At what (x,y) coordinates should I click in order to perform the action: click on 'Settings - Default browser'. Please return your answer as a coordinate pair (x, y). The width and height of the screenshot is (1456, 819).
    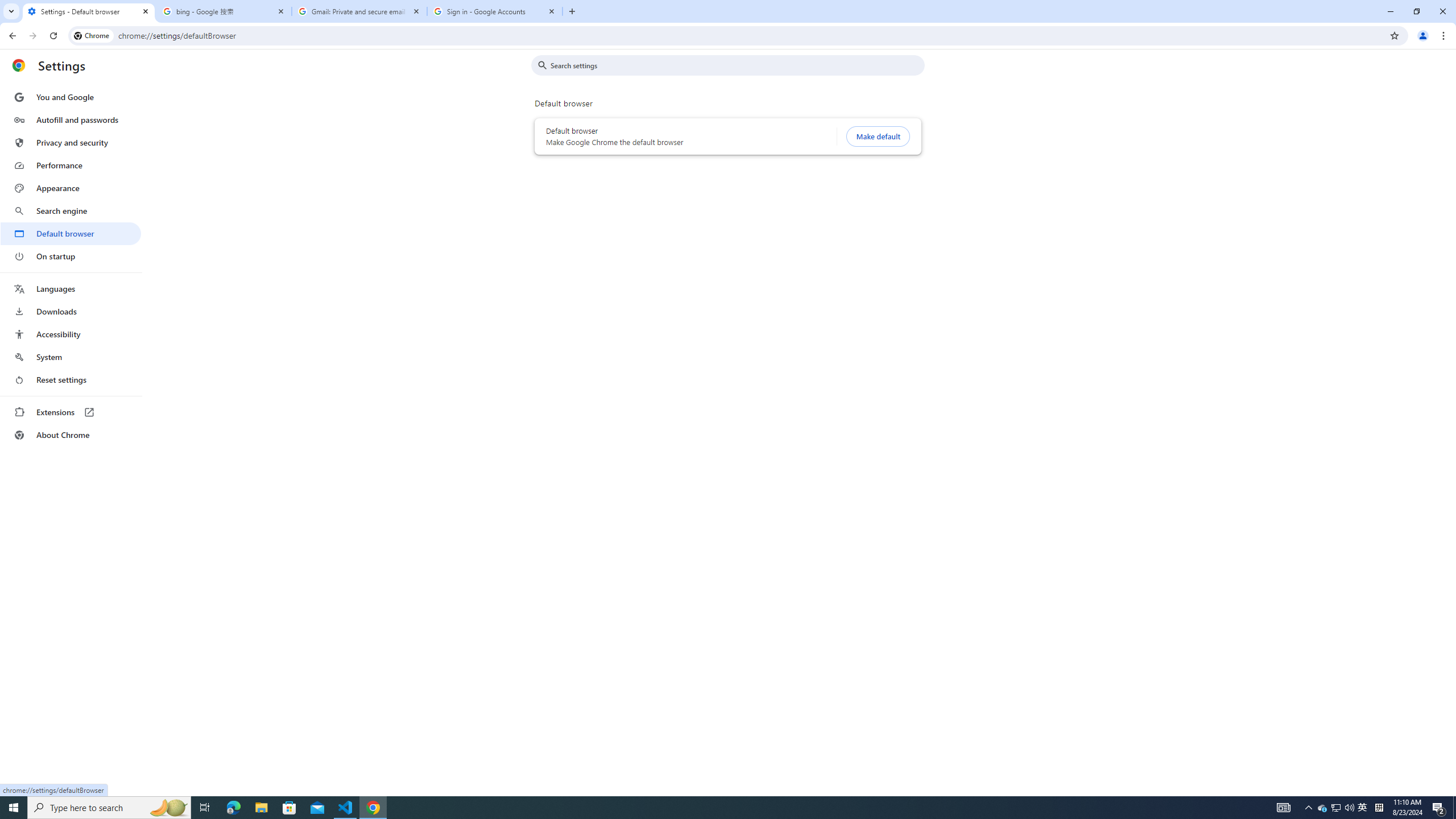
    Looking at the image, I should click on (88, 11).